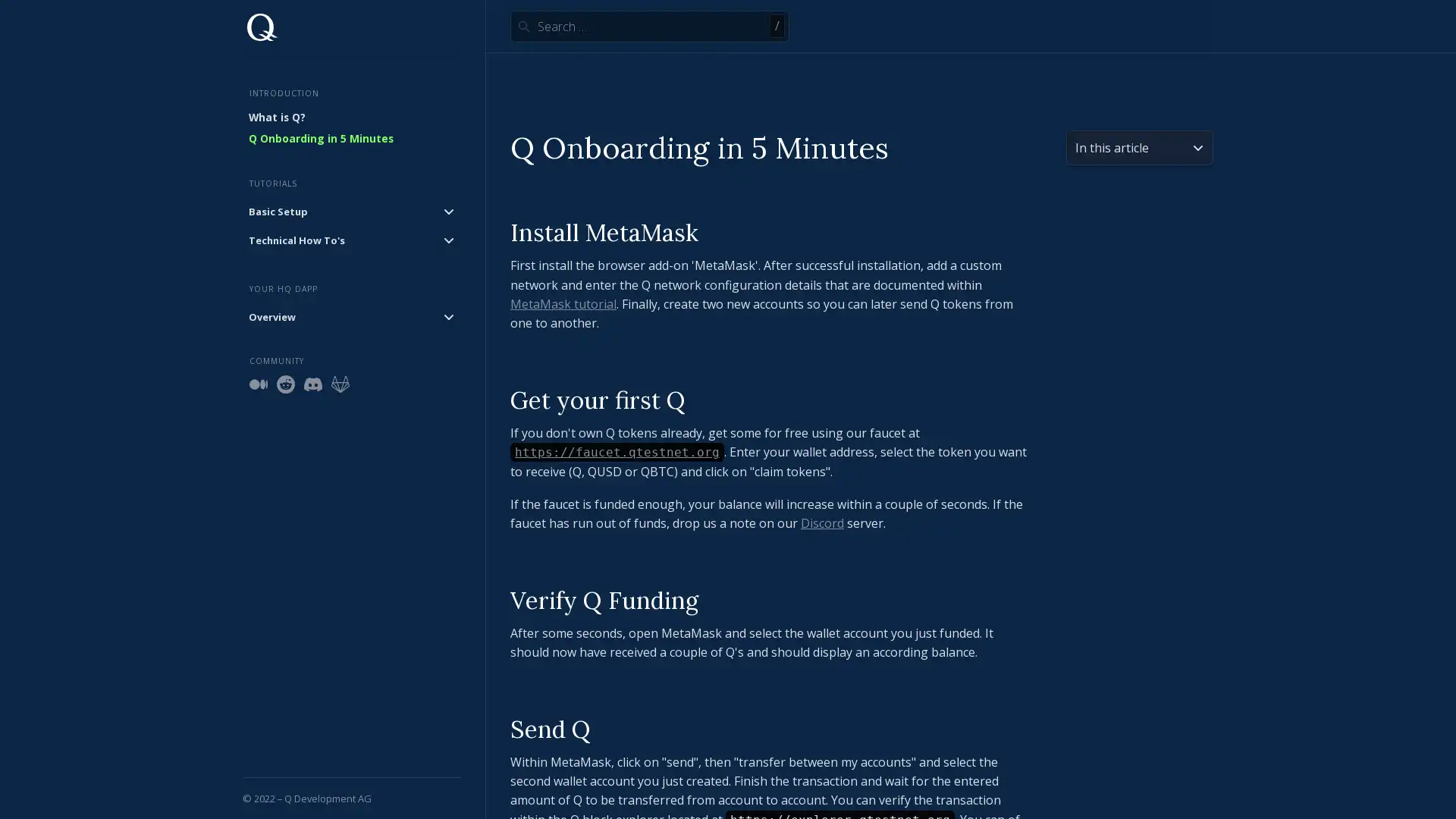 The width and height of the screenshot is (1456, 819). I want to click on Overview, so click(351, 315).